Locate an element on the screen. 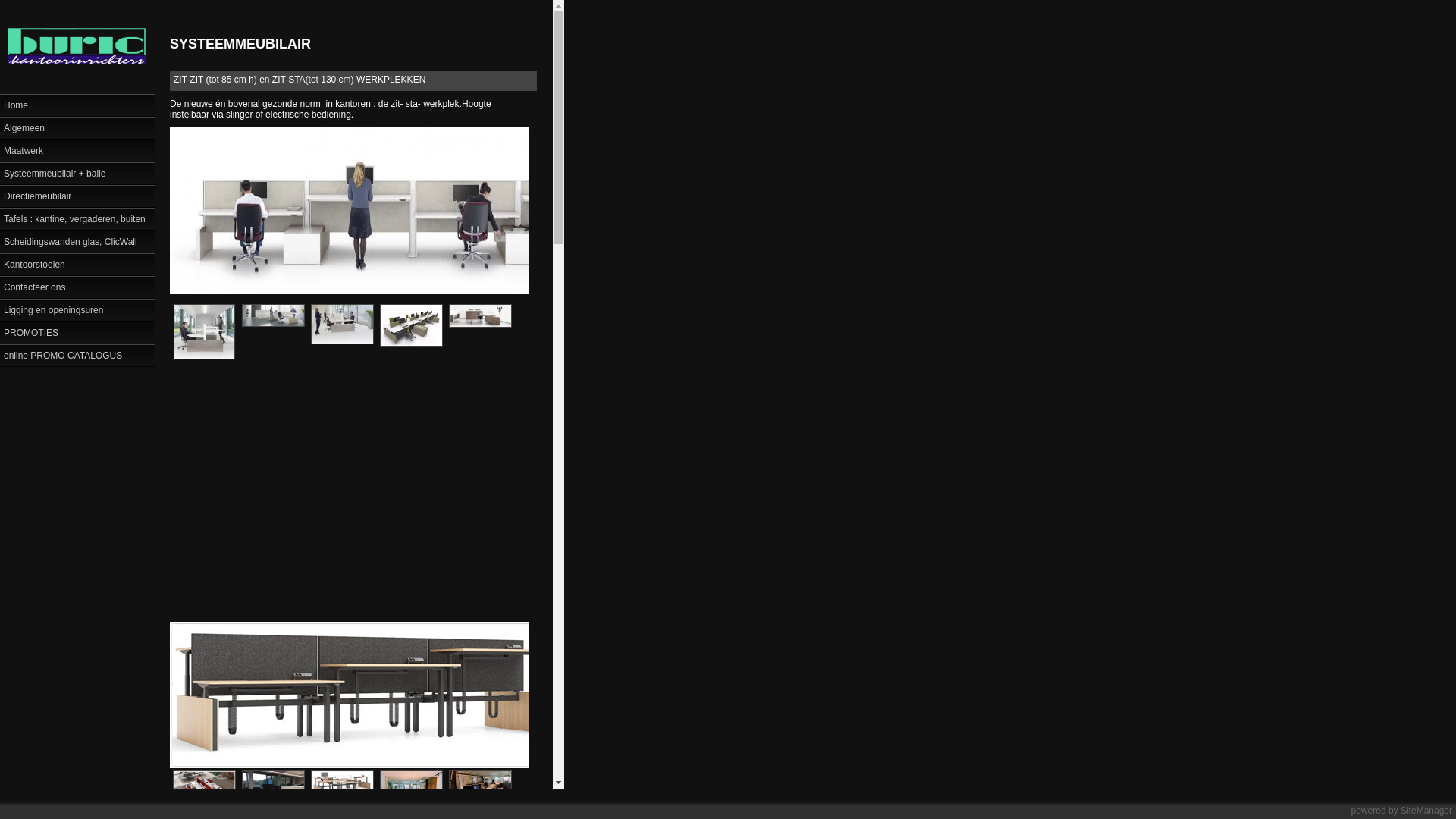 The height and width of the screenshot is (819, 1456). 'Tafels : kantine, vergaderen, buiten' is located at coordinates (76, 218).